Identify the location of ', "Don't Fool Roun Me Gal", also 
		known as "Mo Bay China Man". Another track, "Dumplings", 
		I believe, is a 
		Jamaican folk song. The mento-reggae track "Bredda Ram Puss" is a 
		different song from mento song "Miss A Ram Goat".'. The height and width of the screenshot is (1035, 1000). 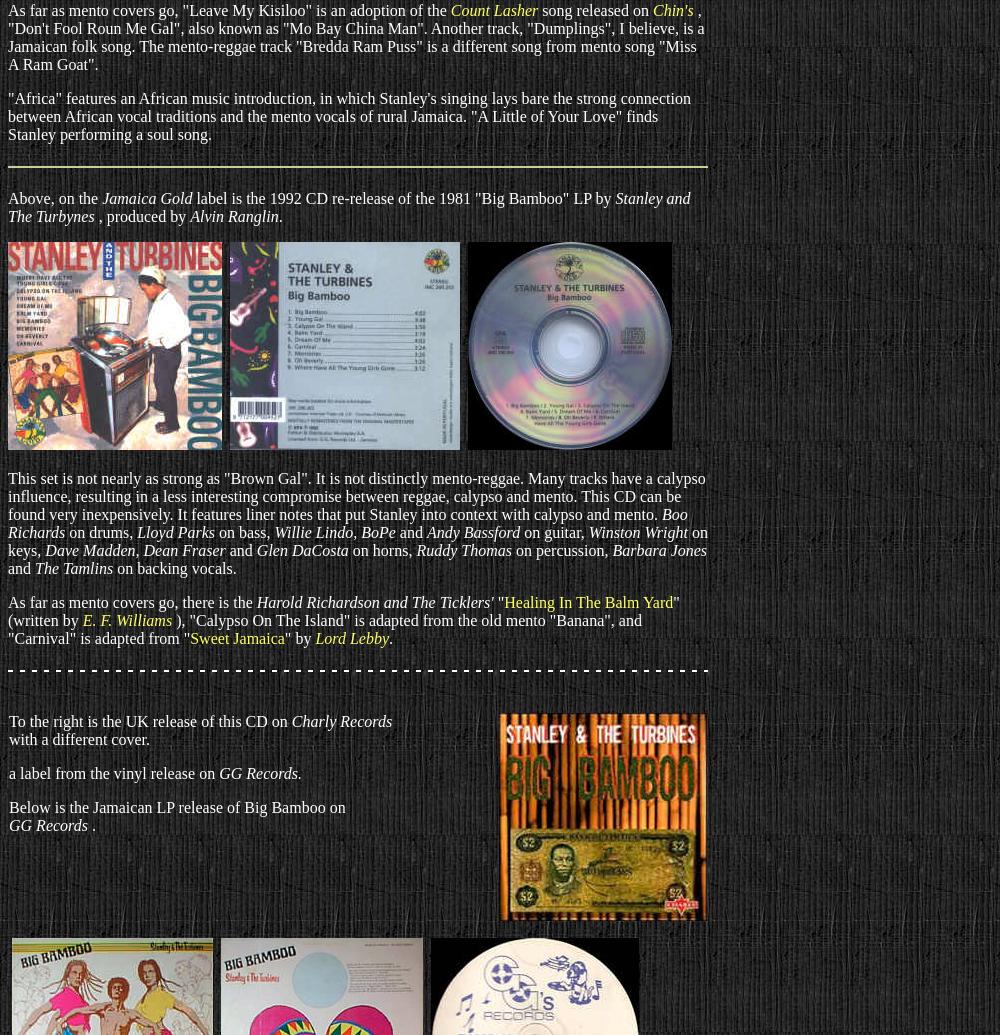
(355, 37).